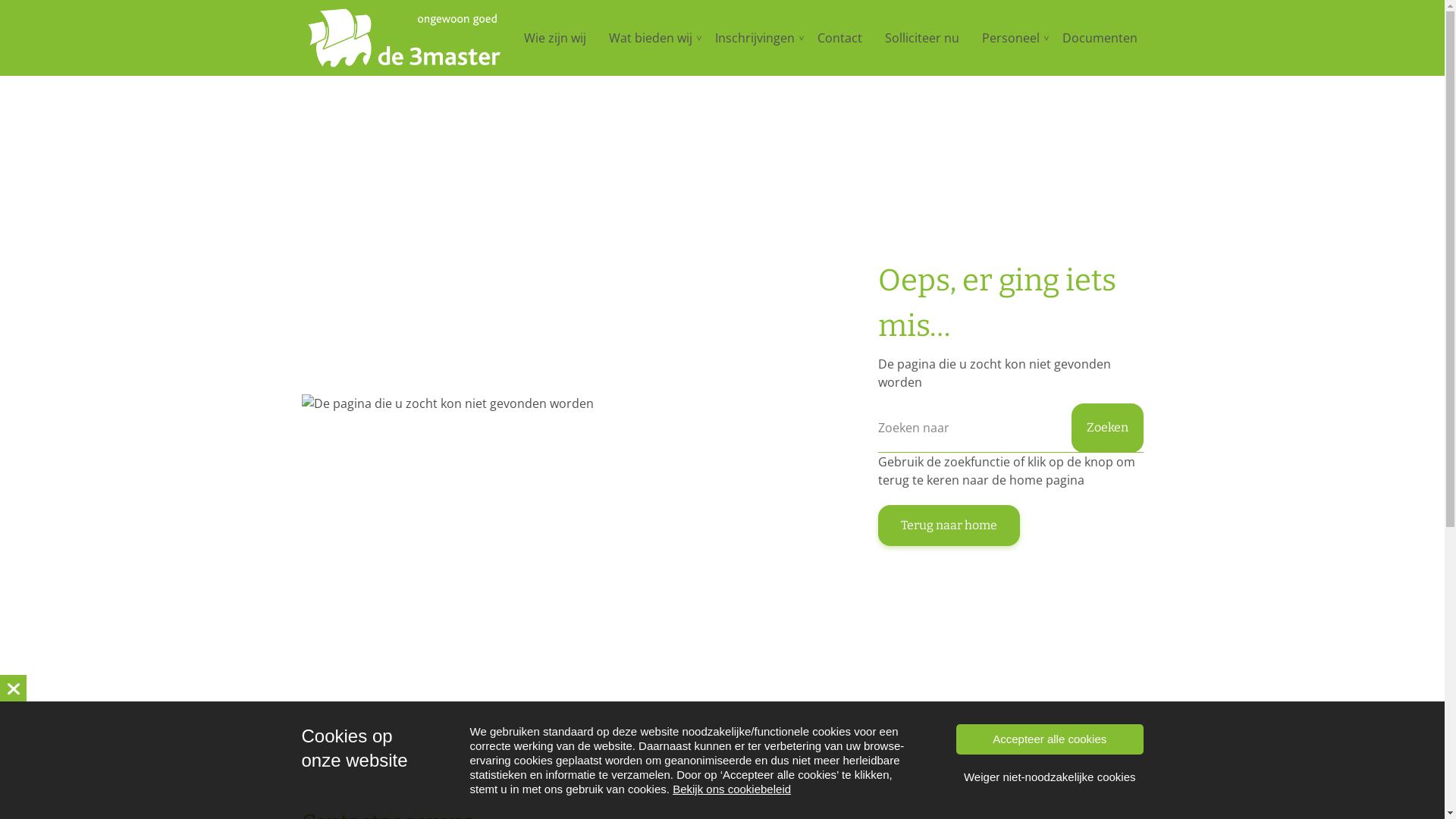 This screenshot has width=1456, height=819. What do you see at coordinates (921, 37) in the screenshot?
I see `'Solliciteer nu'` at bounding box center [921, 37].